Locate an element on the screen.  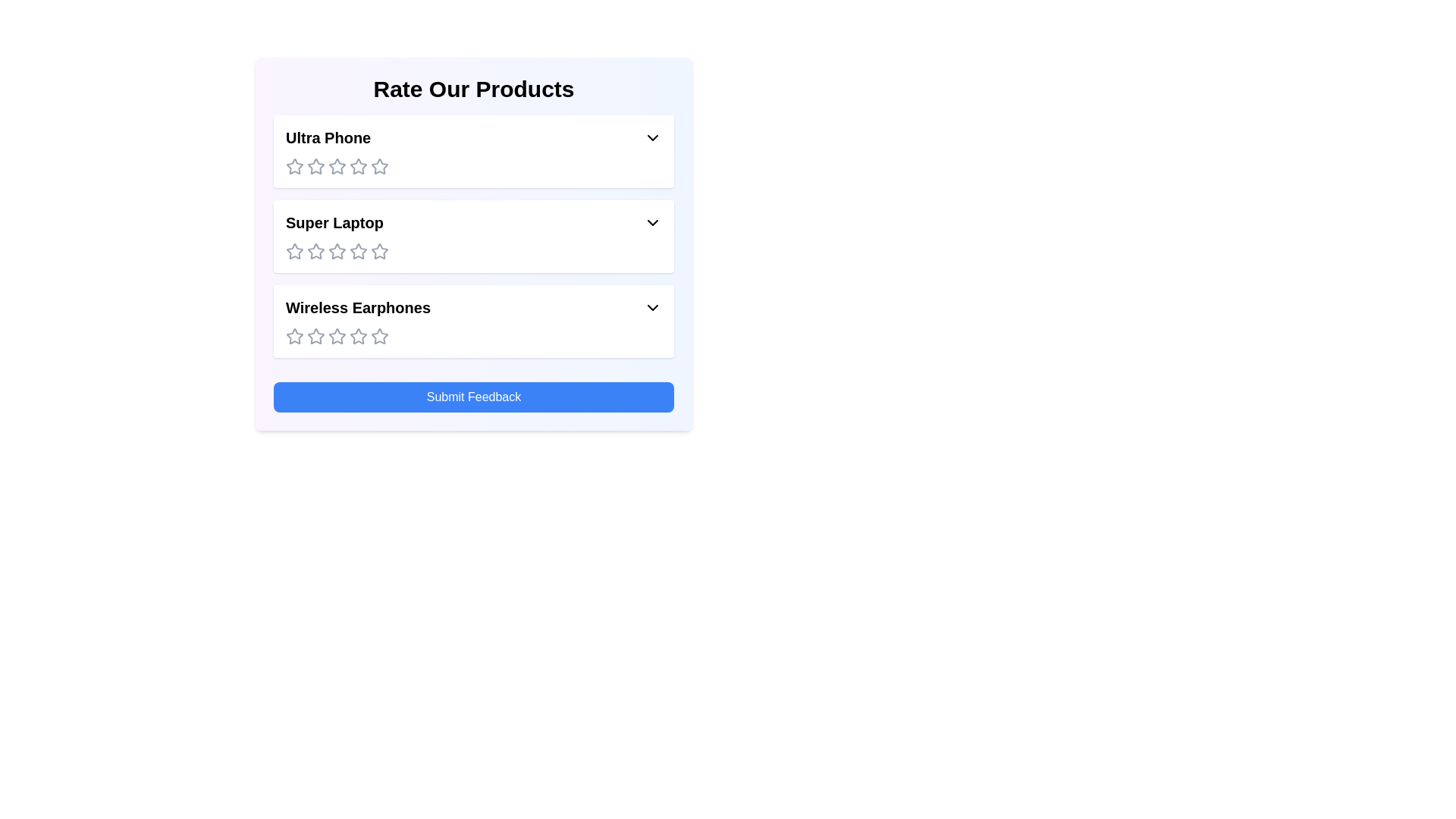
the rating for the product 'Ultra Phone' to 4 stars is located at coordinates (358, 166).